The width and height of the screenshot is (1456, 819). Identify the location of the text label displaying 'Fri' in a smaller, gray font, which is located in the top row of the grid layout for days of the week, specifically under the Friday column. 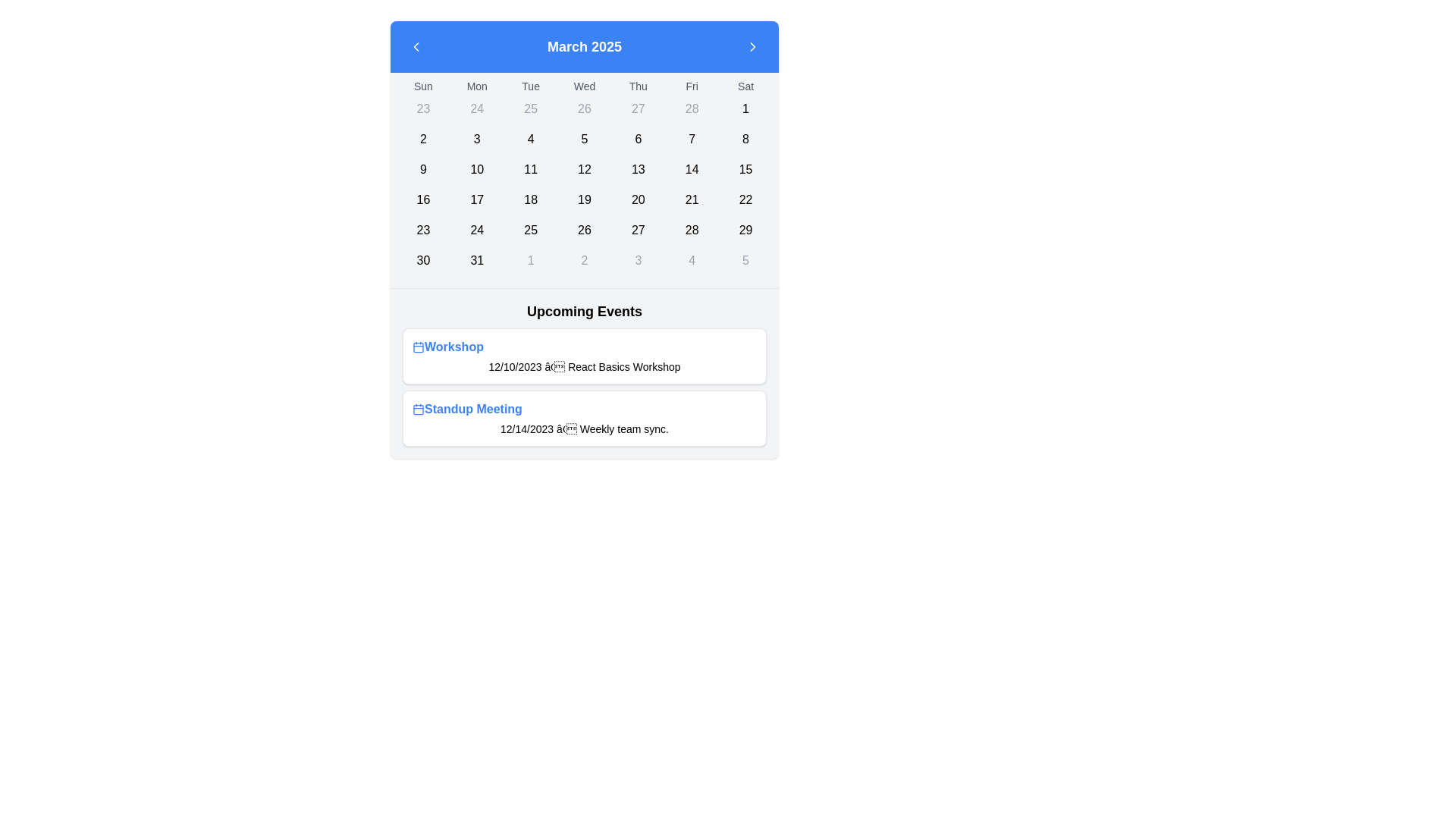
(691, 86).